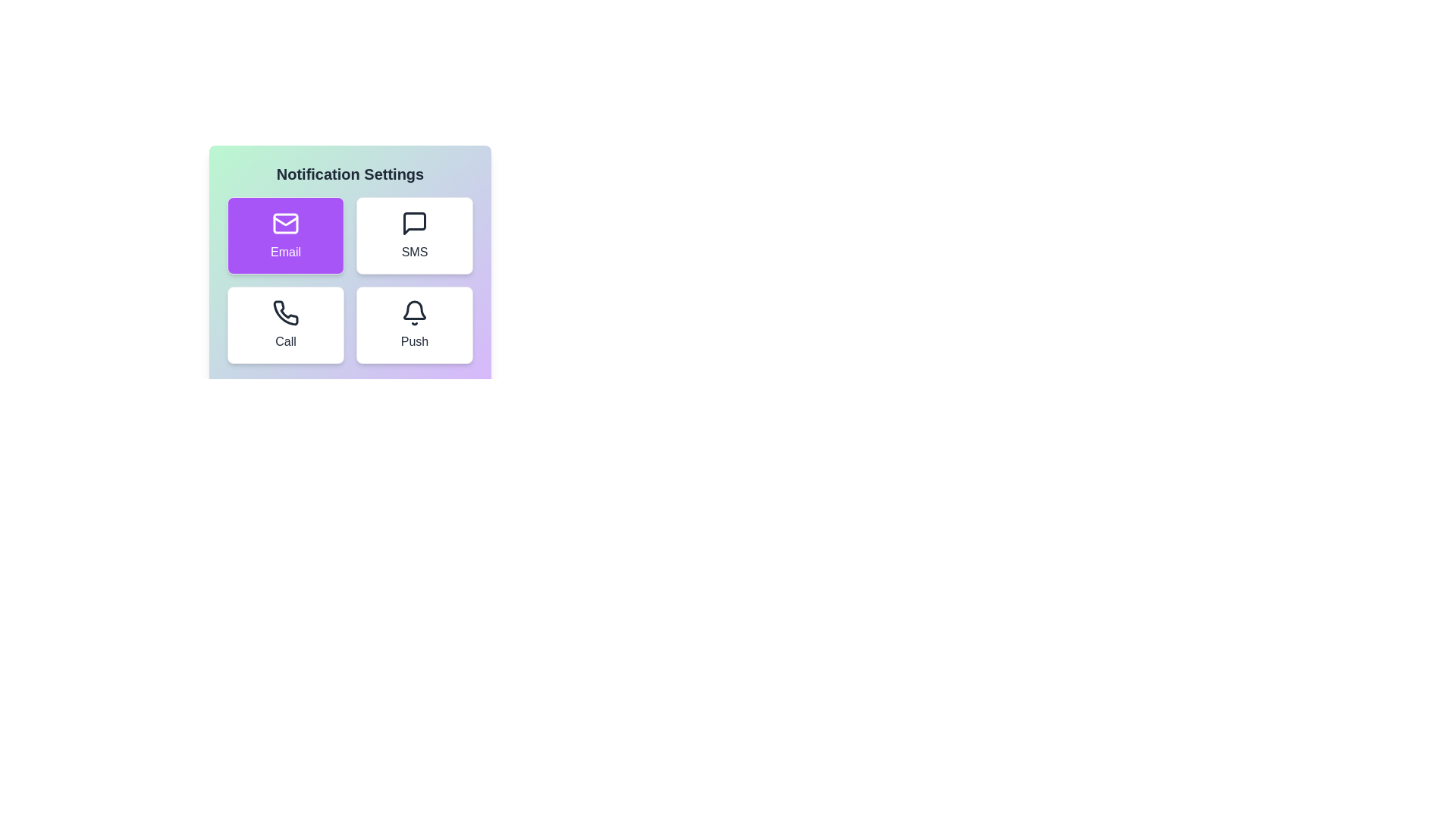  I want to click on the Call notification button to observe the hover effect, so click(286, 324).